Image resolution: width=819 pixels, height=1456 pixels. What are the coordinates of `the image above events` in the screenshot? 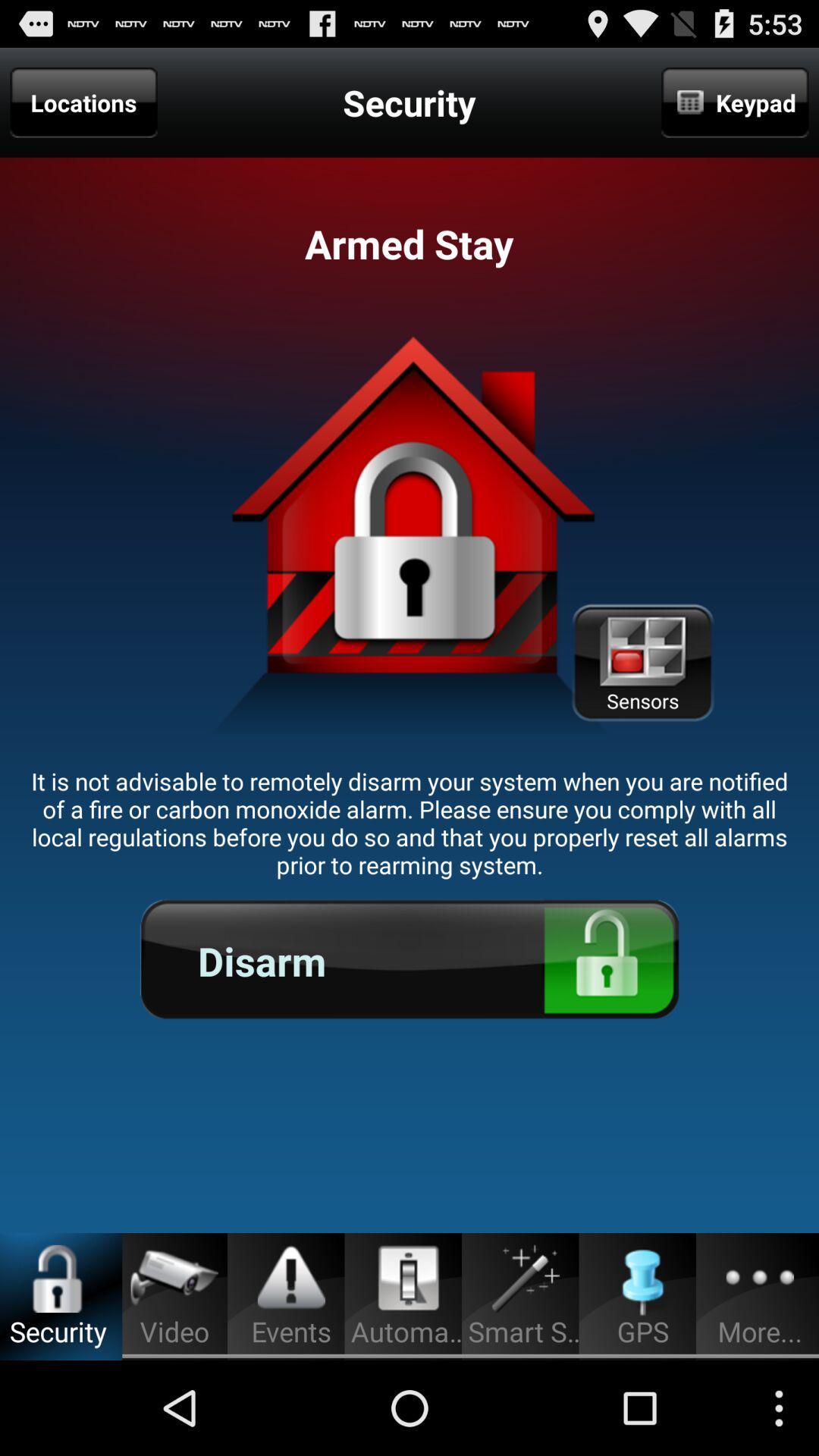 It's located at (291, 1278).